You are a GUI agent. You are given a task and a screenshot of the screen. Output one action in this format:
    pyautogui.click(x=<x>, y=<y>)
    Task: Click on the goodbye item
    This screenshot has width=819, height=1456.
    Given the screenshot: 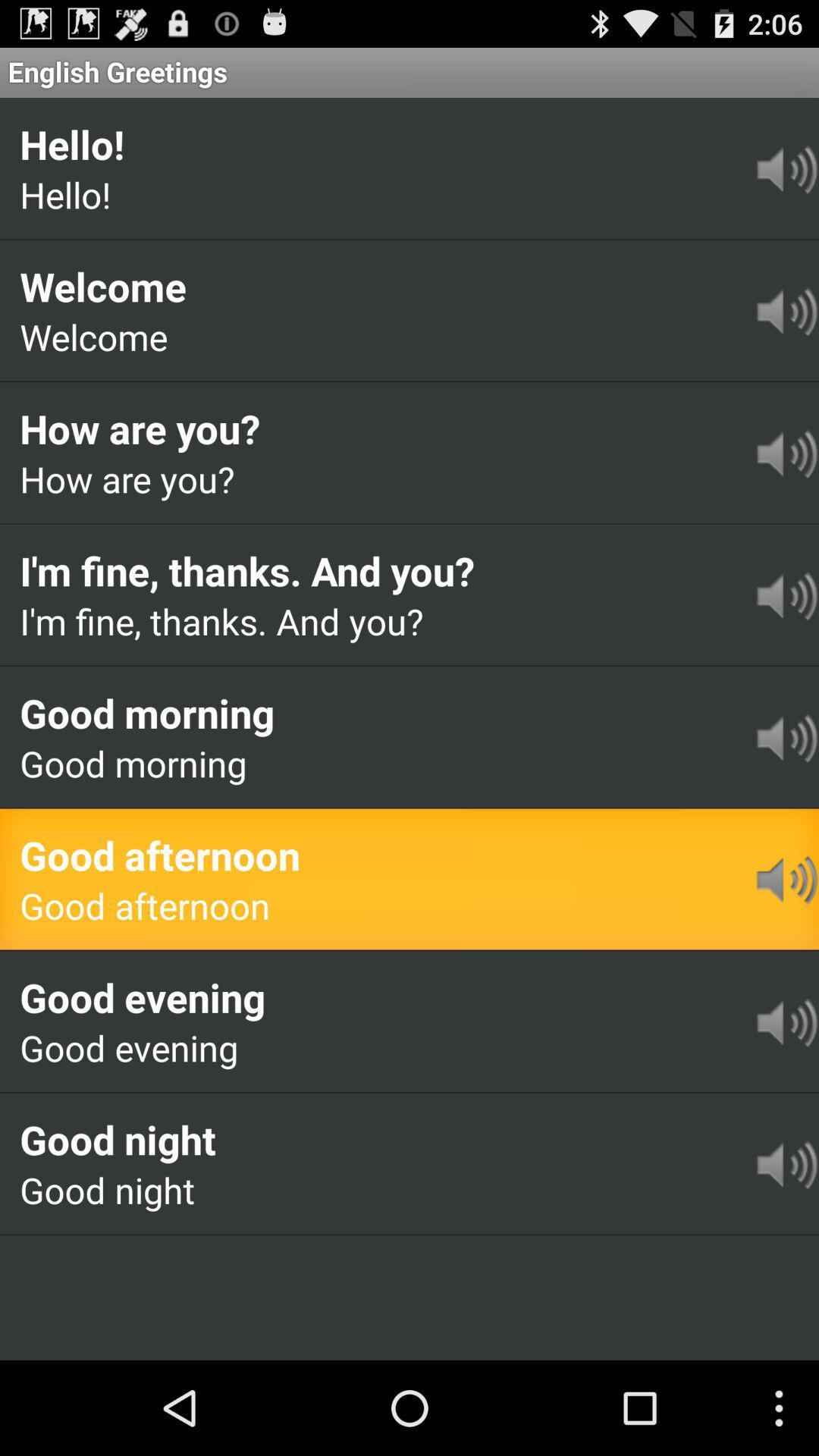 What is the action you would take?
    pyautogui.click(x=99, y=1258)
    